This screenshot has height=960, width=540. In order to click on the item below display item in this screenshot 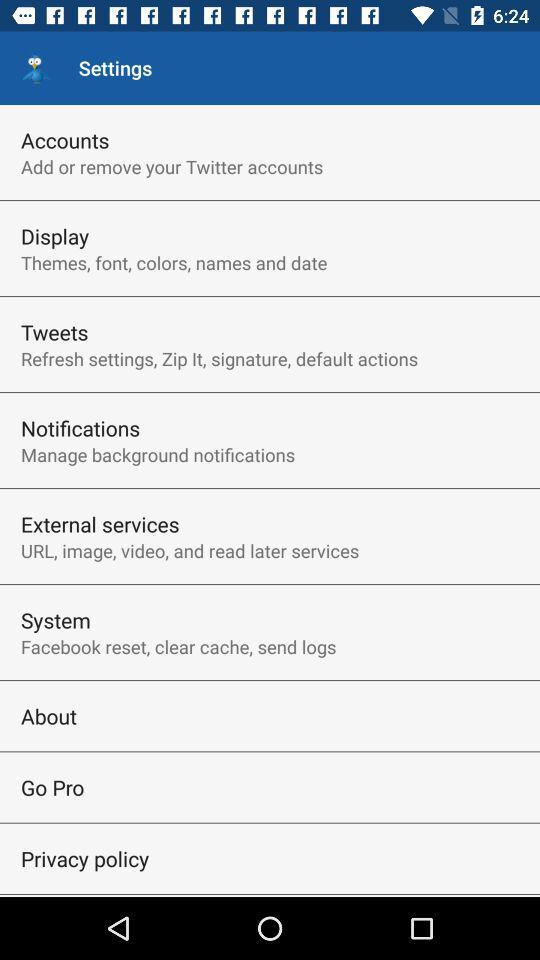, I will do `click(174, 261)`.